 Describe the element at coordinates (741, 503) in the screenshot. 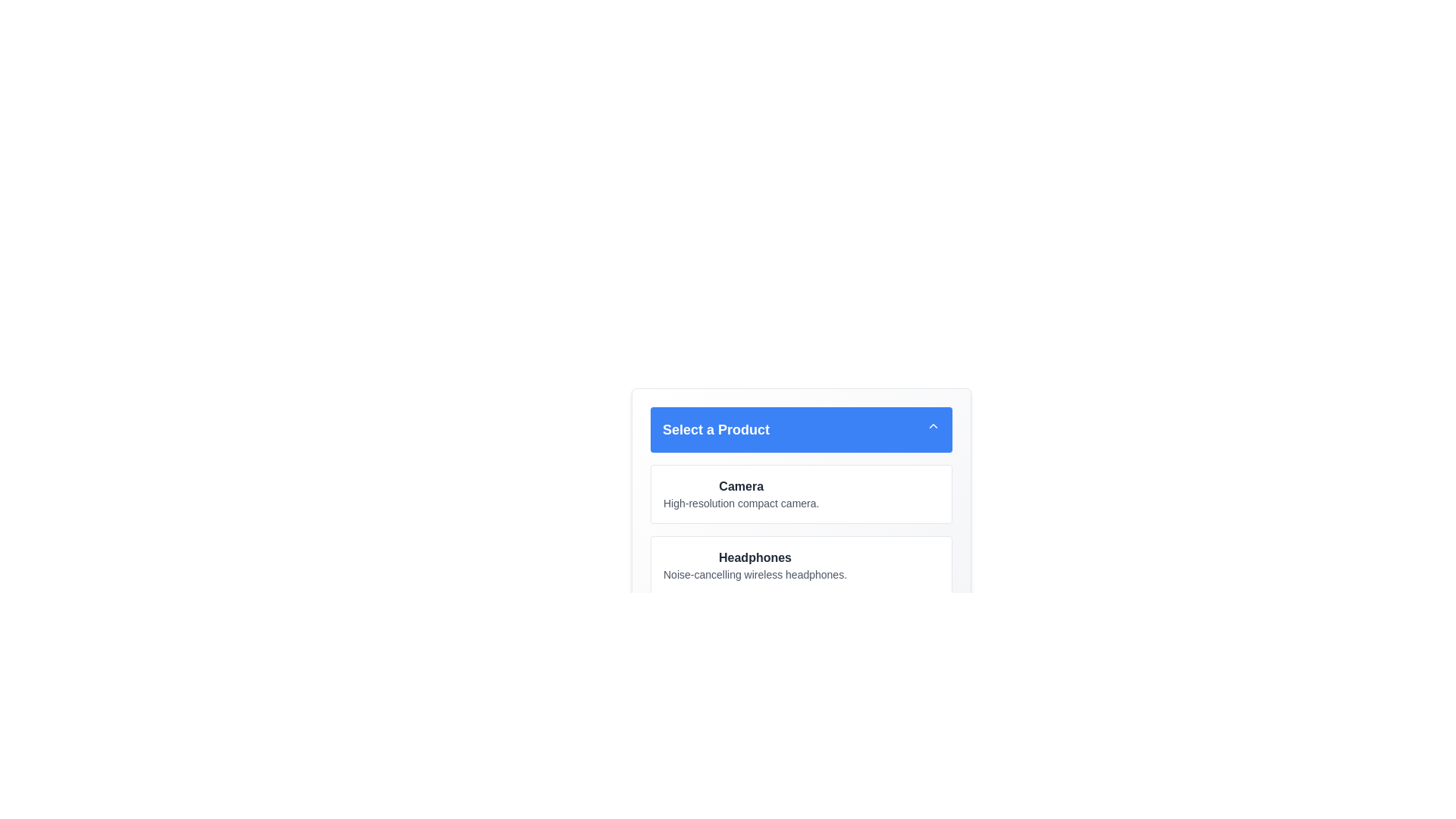

I see `the text label that reads 'High-resolution compact camera.' located below the 'Camera' label in the dropdown section under 'Select a Product.'` at that location.